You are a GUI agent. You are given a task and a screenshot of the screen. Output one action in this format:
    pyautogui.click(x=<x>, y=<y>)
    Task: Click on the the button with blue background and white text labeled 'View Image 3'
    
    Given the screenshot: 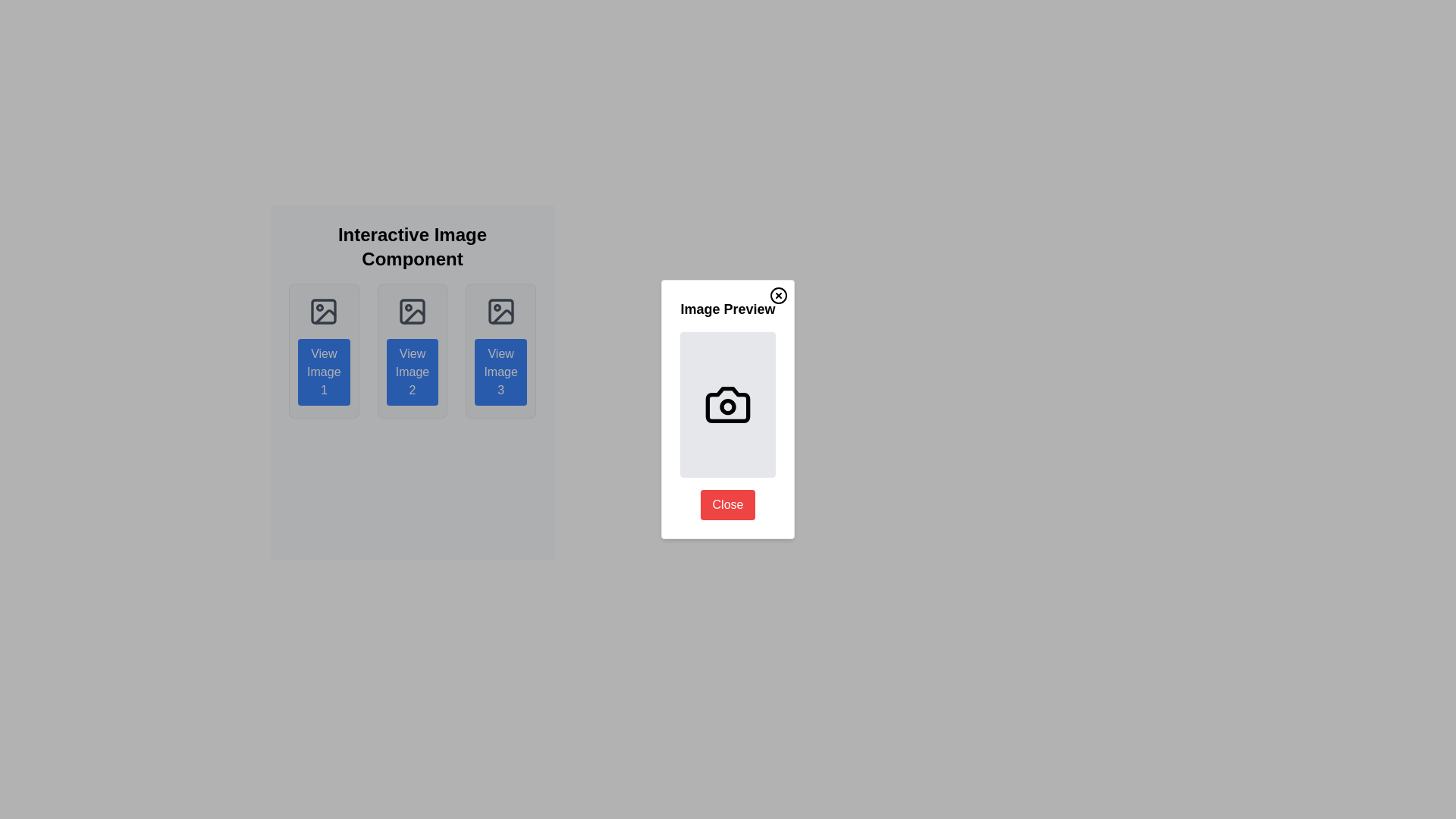 What is the action you would take?
    pyautogui.click(x=500, y=372)
    